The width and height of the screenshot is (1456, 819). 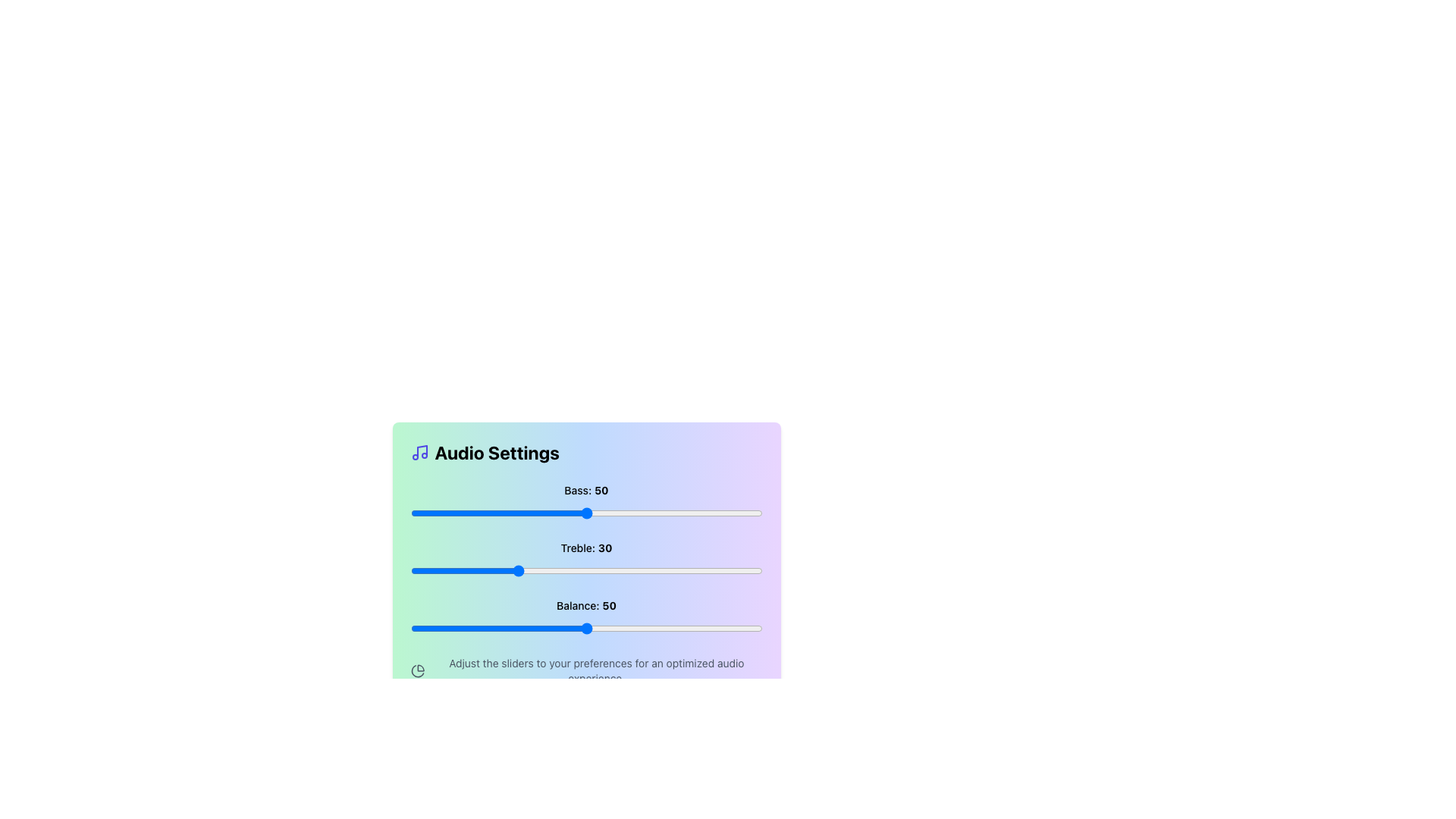 What do you see at coordinates (585, 560) in the screenshot?
I see `the horizontal slider marked with 'Treble: 30'` at bounding box center [585, 560].